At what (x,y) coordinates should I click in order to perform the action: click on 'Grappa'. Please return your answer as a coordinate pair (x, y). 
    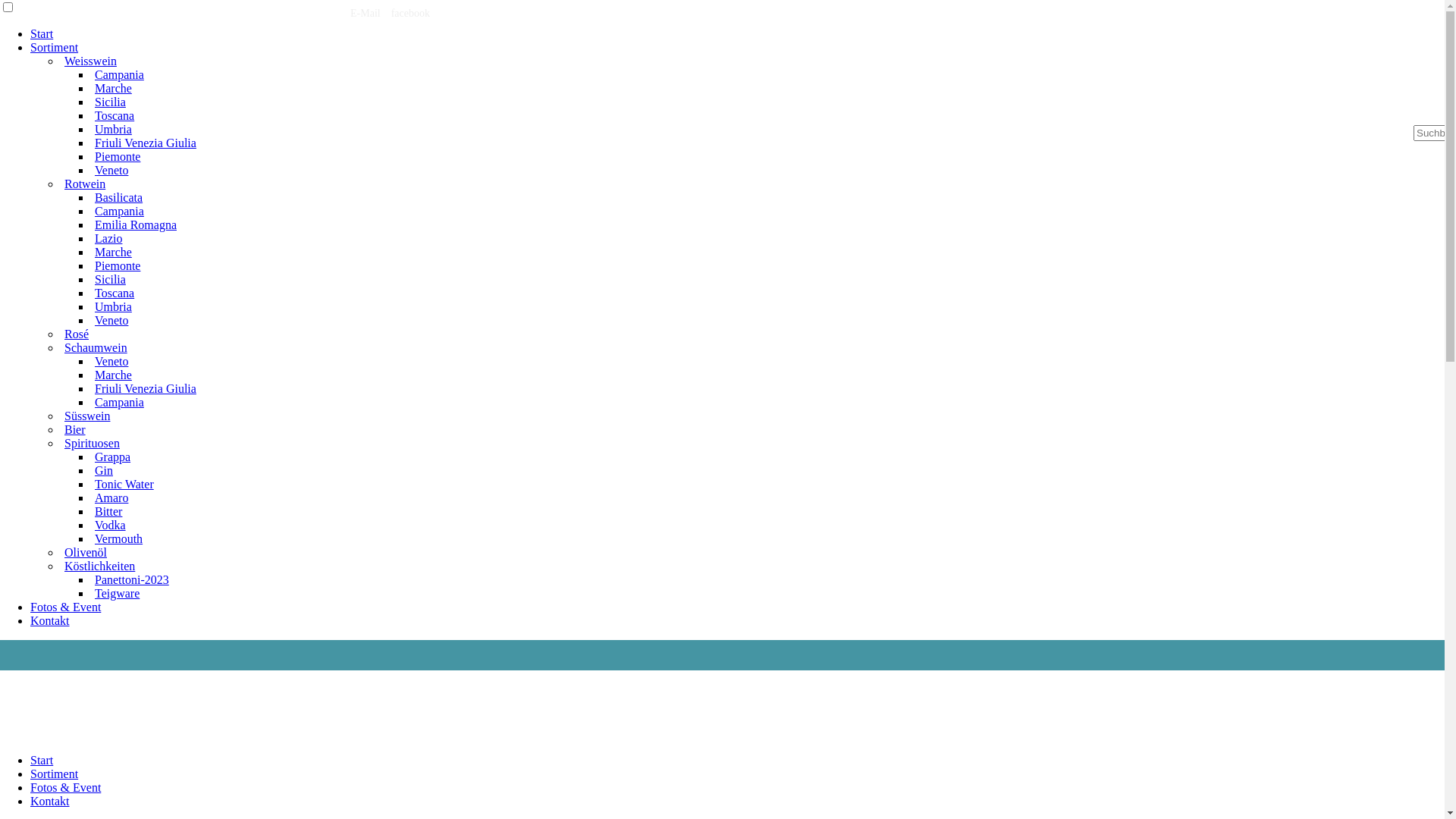
    Looking at the image, I should click on (90, 456).